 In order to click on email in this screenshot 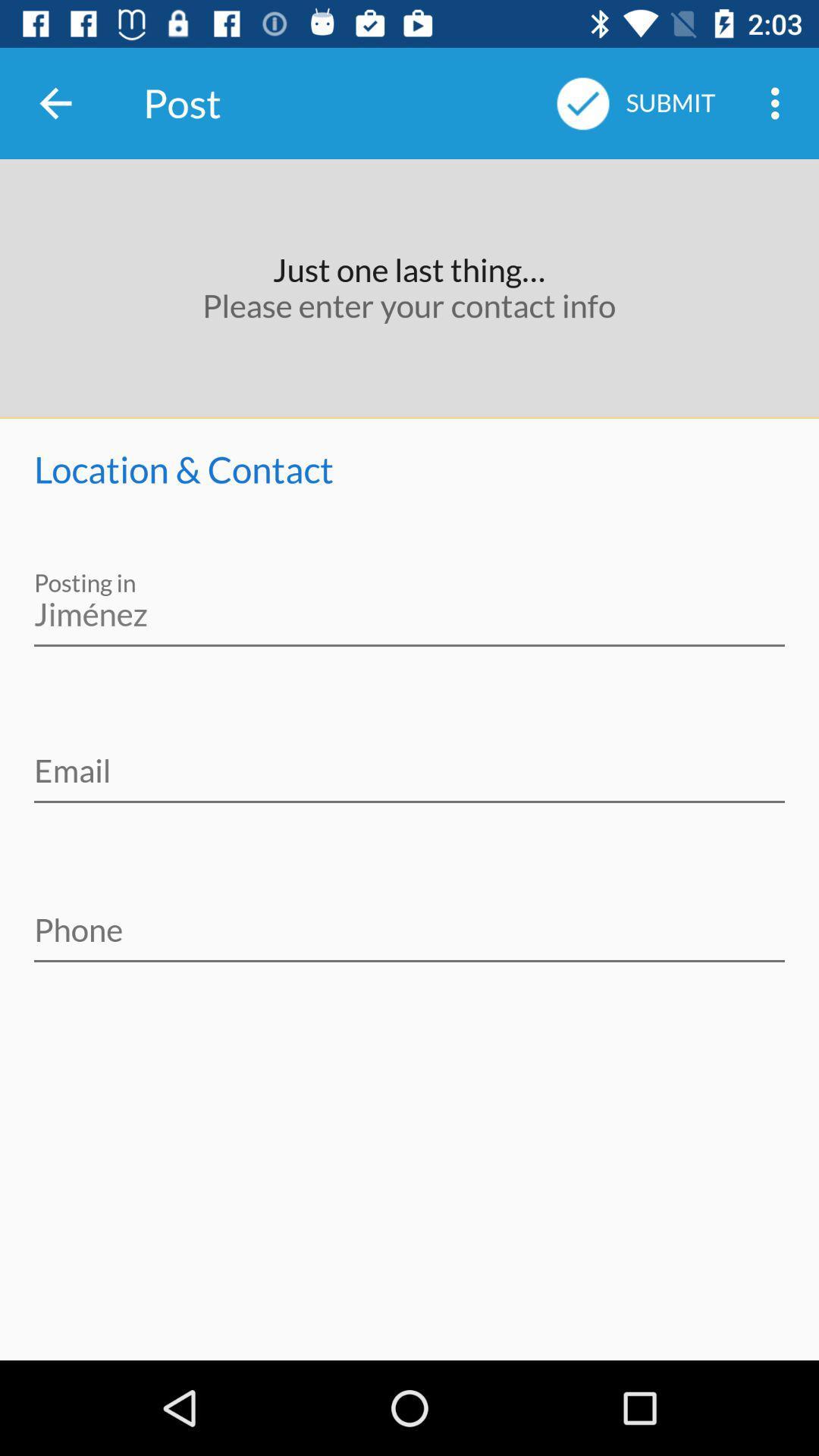, I will do `click(409, 761)`.